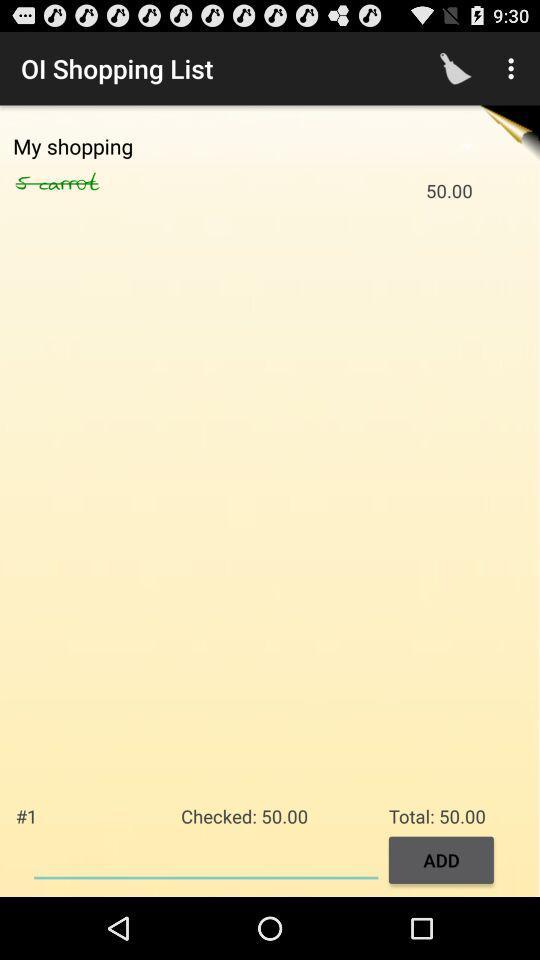 This screenshot has height=960, width=540. What do you see at coordinates (455, 68) in the screenshot?
I see `the icon above my shopping item` at bounding box center [455, 68].